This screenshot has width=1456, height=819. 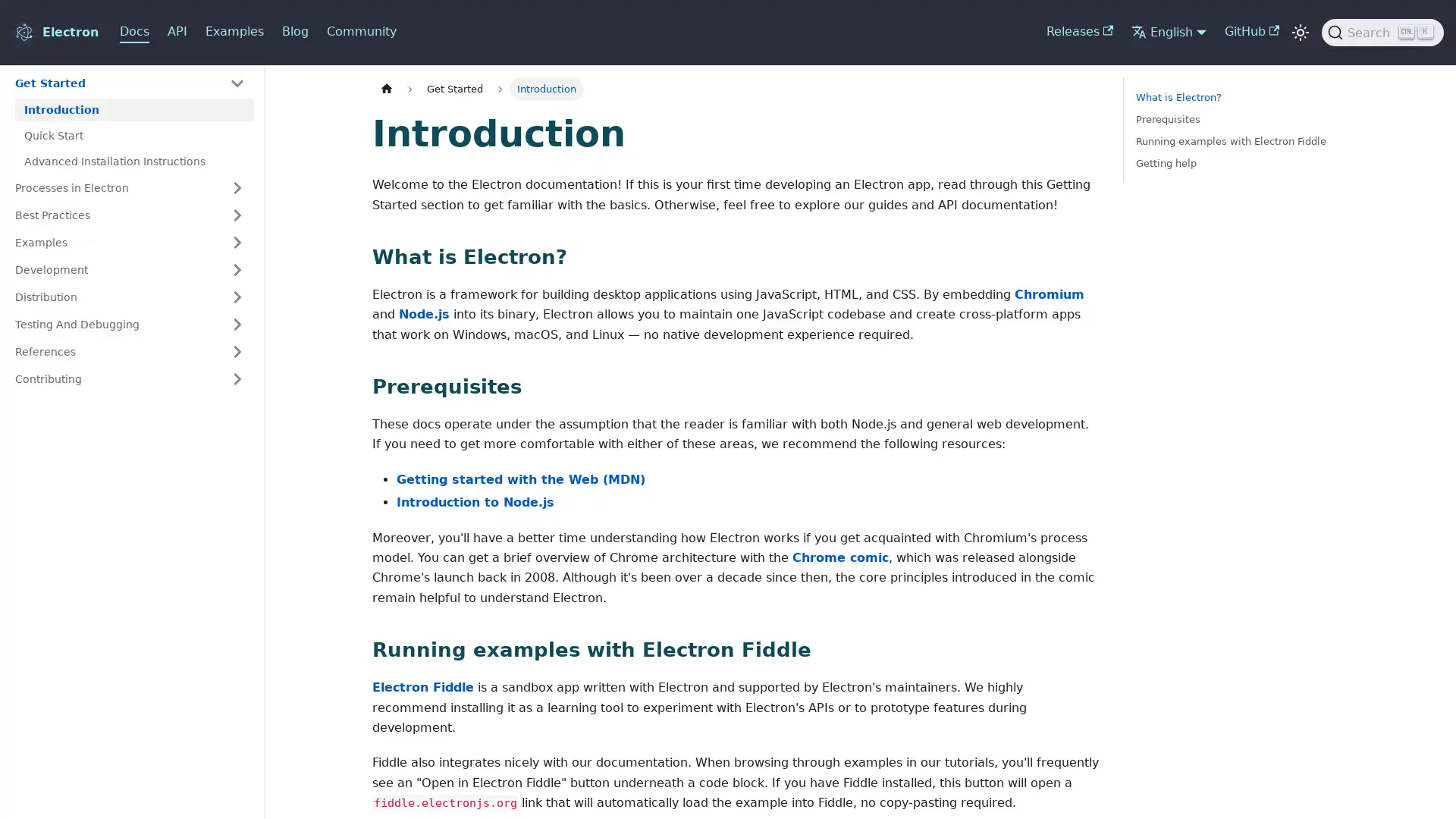 I want to click on Search, so click(x=1382, y=32).